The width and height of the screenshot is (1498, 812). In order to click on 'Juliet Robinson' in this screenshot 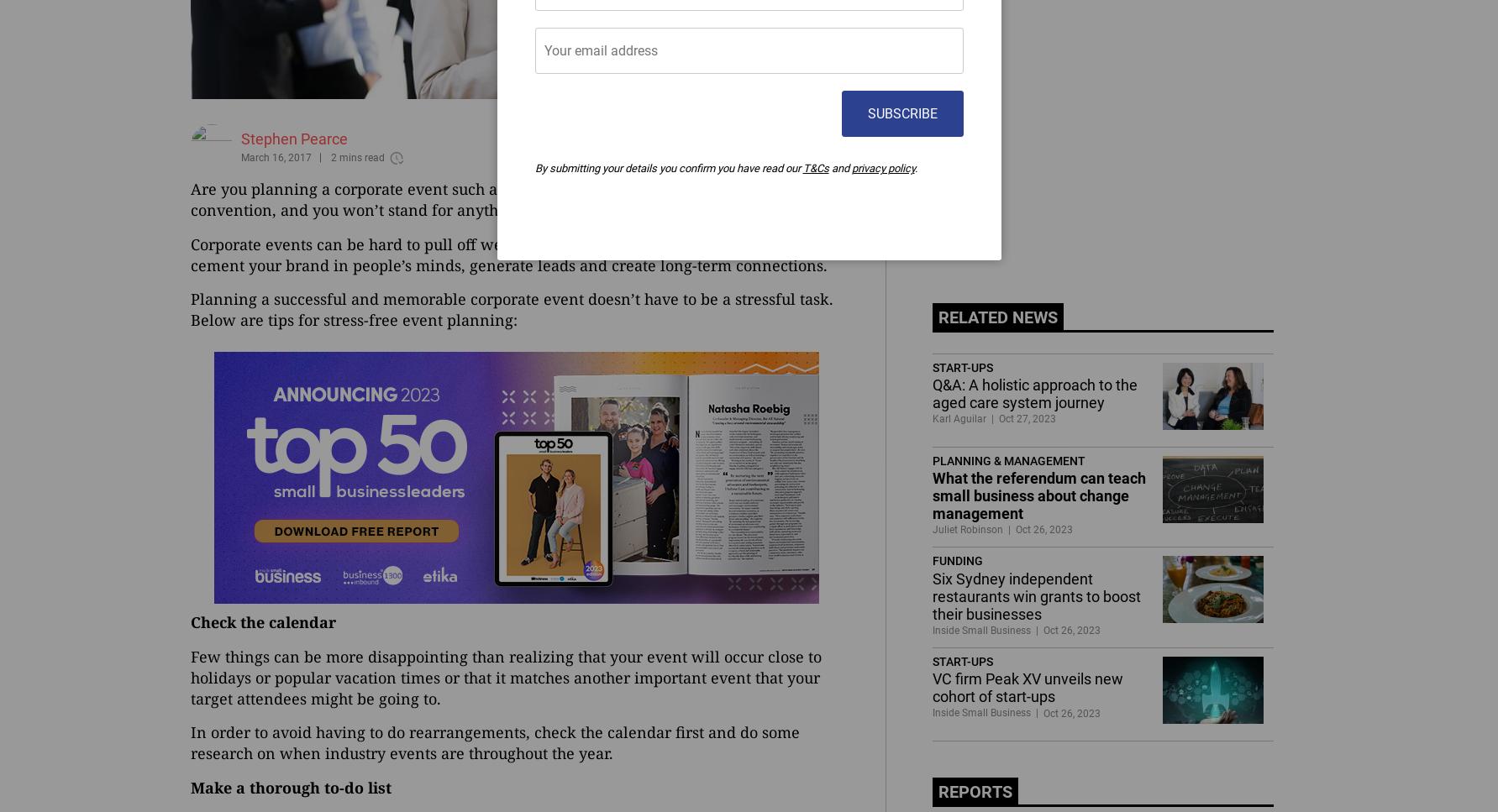, I will do `click(931, 529)`.